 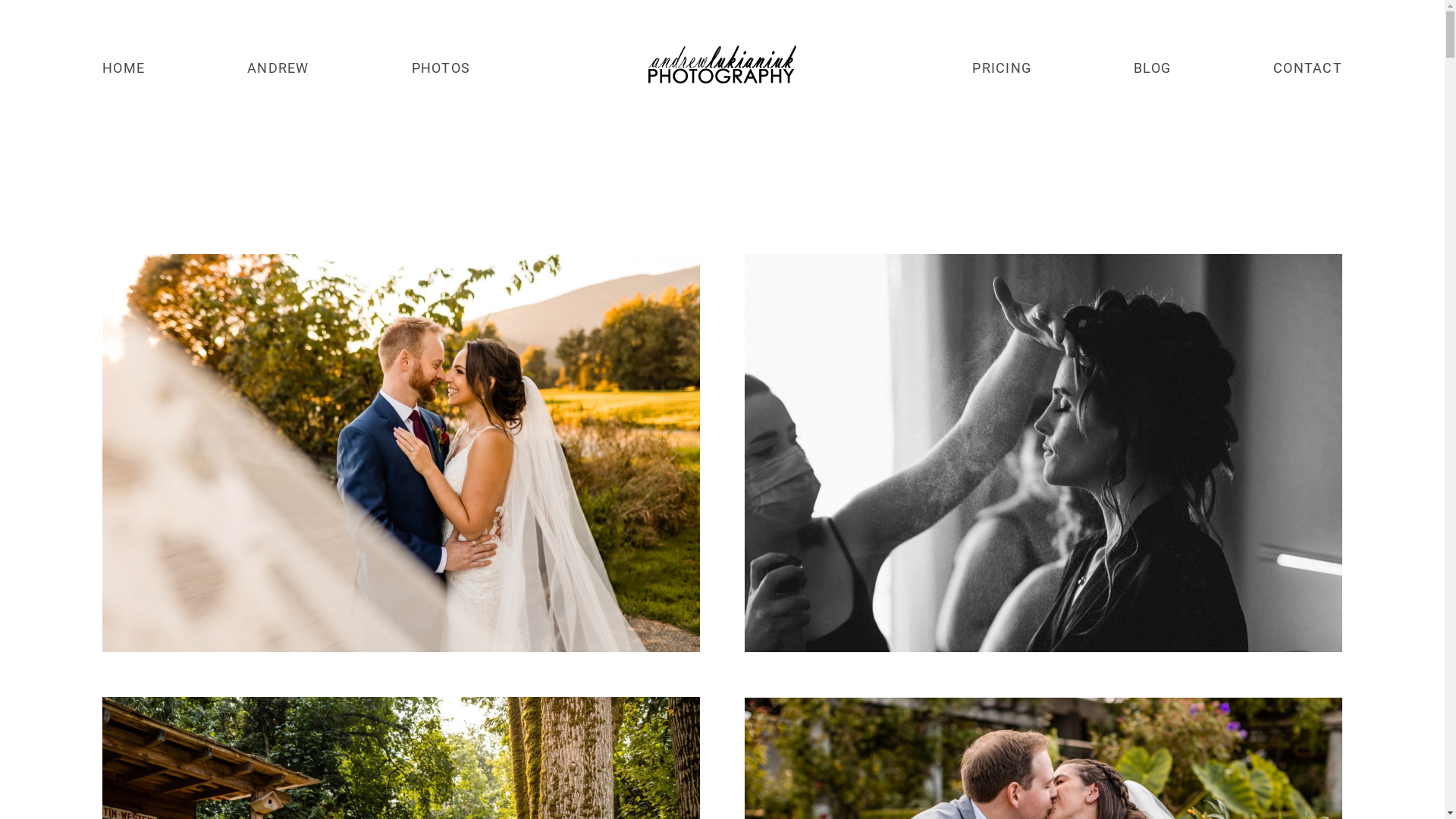 What do you see at coordinates (1152, 67) in the screenshot?
I see `'BLOG'` at bounding box center [1152, 67].